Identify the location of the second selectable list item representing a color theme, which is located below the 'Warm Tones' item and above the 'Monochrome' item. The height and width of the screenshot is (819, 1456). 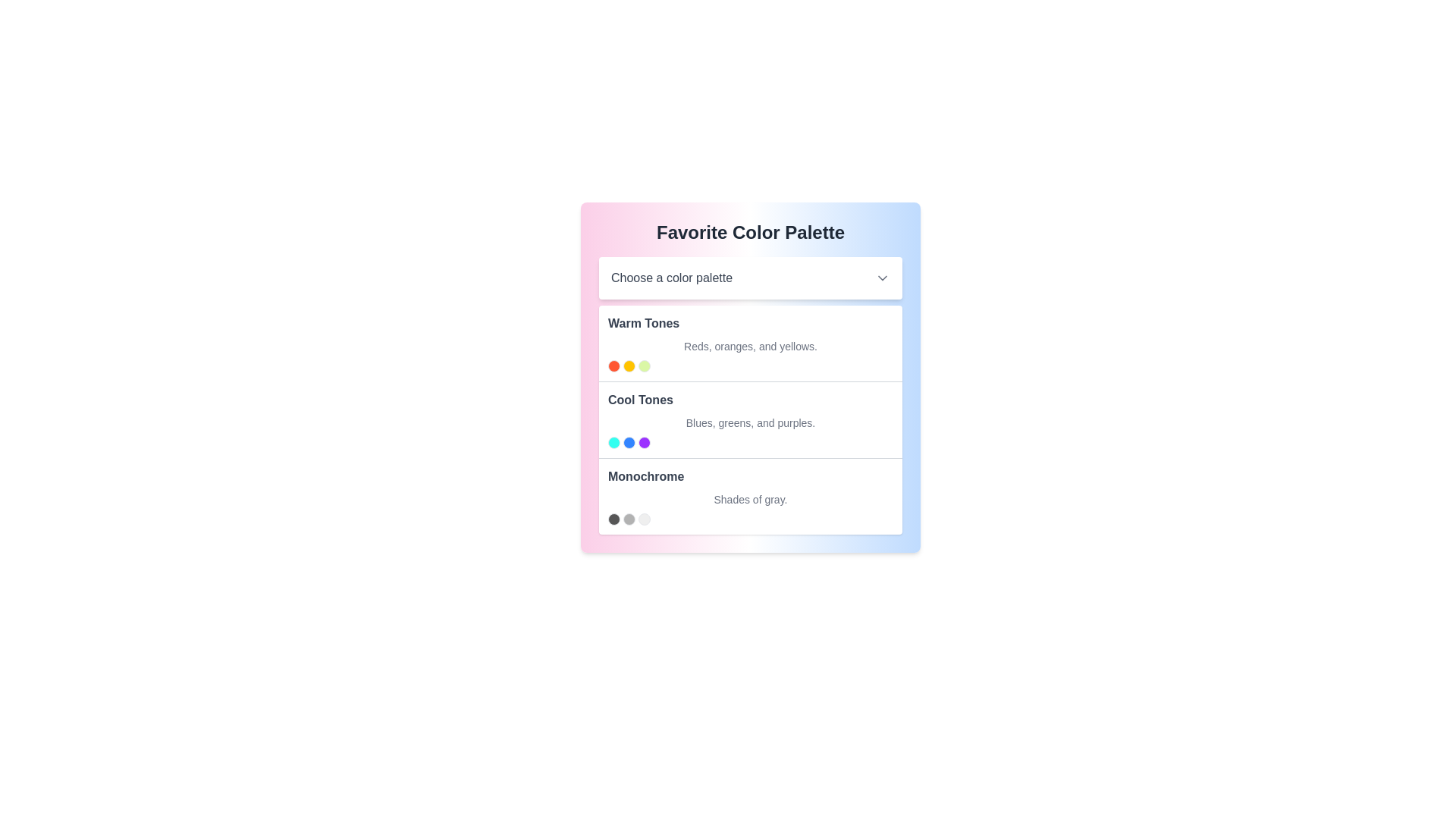
(750, 419).